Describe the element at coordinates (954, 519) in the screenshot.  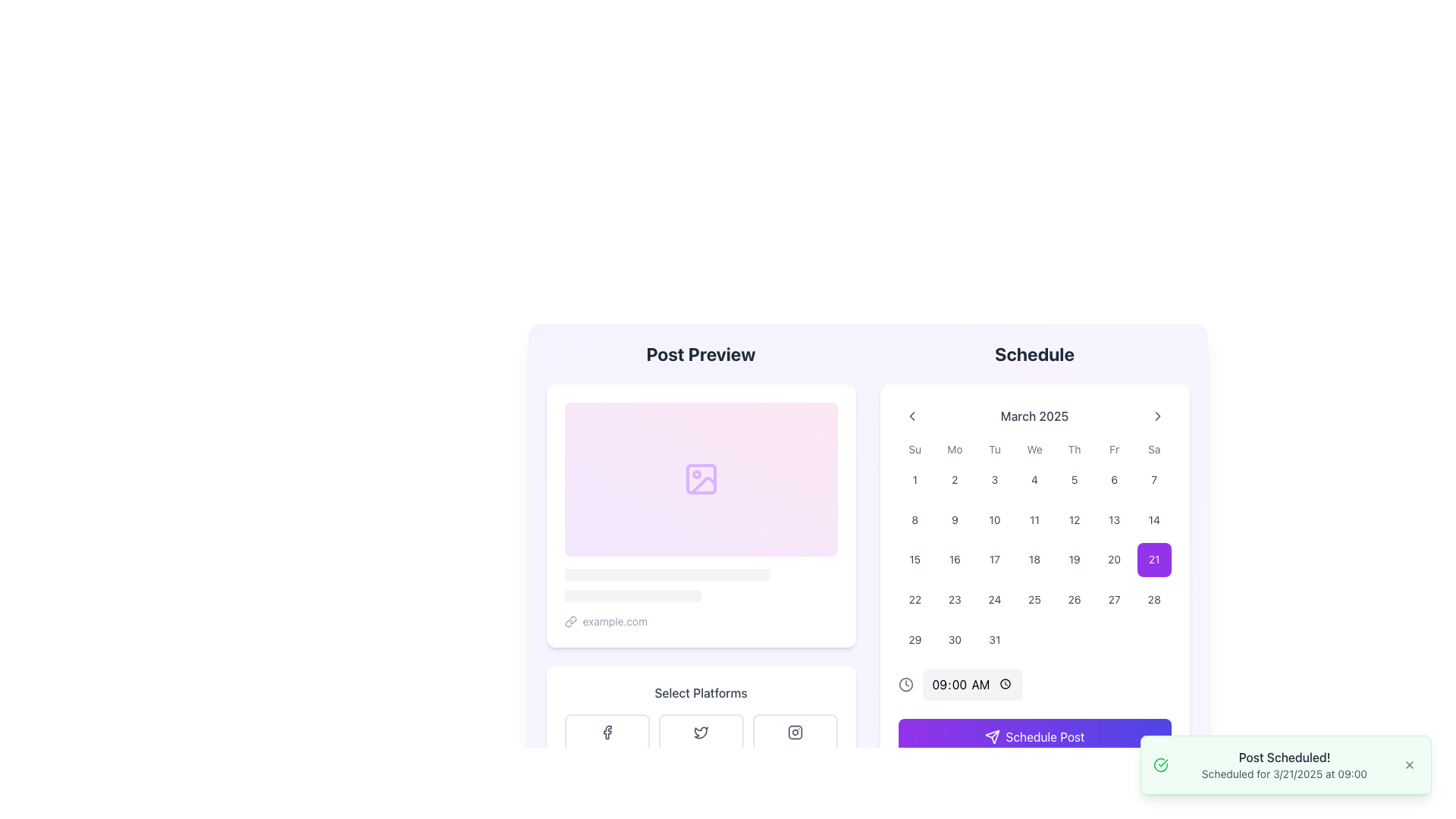
I see `the button displaying the number '9' in the calendar grid under March 2025` at that location.